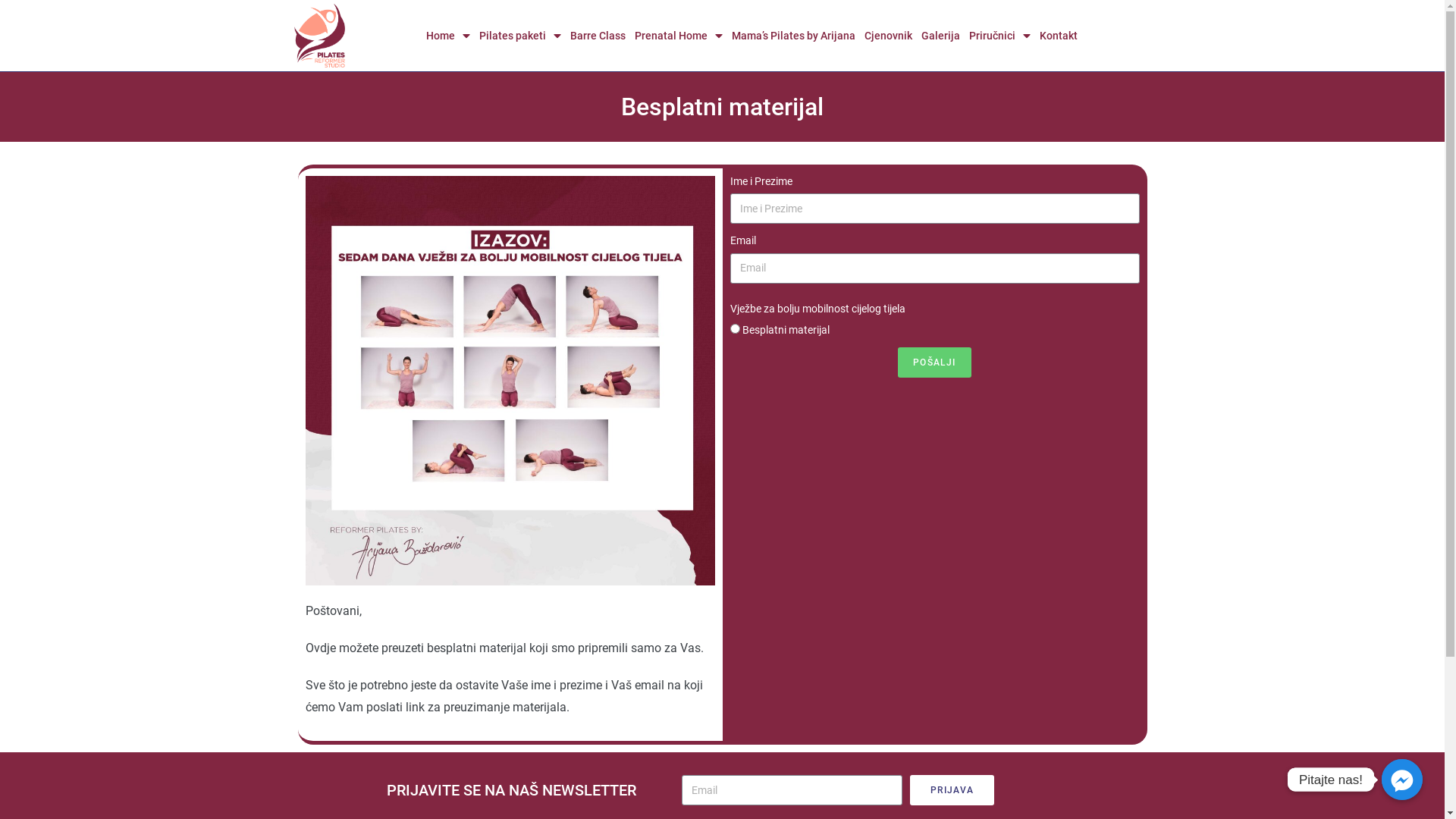 The width and height of the screenshot is (1456, 819). What do you see at coordinates (1382, 780) in the screenshot?
I see `'Pitajte nas!'` at bounding box center [1382, 780].